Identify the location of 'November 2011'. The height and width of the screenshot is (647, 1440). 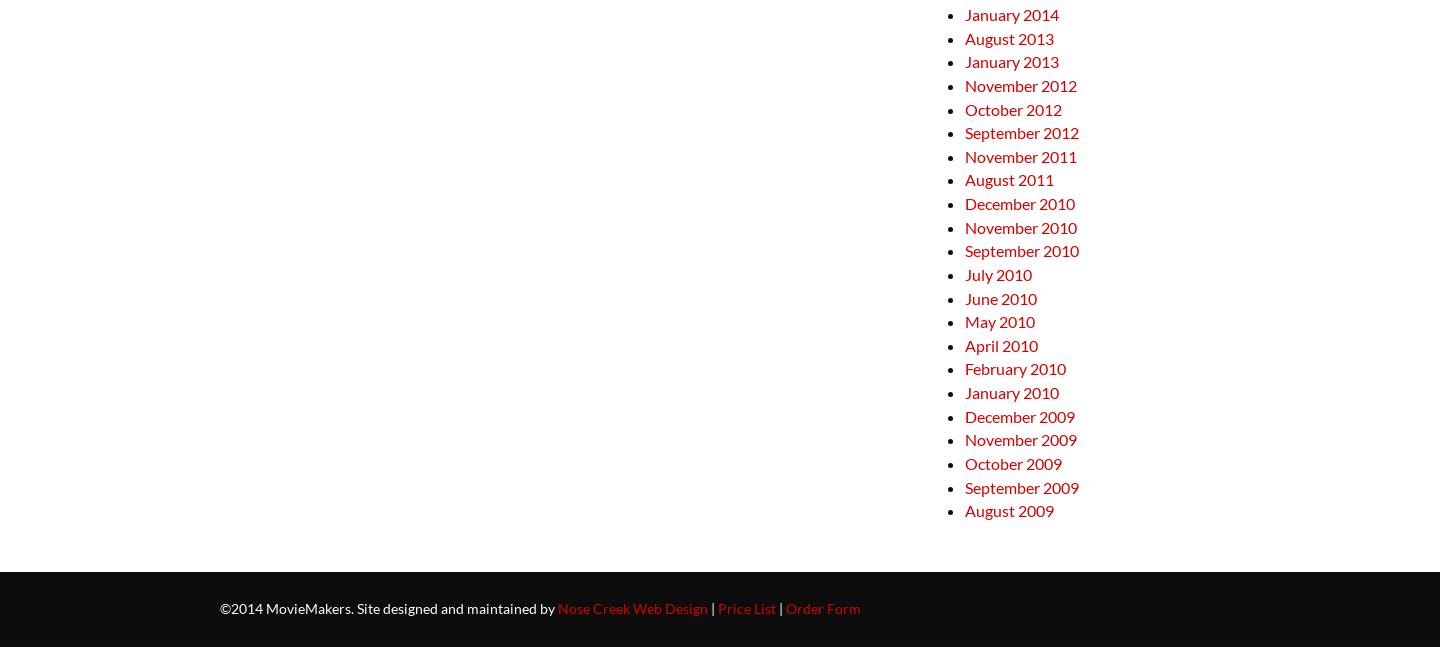
(1019, 155).